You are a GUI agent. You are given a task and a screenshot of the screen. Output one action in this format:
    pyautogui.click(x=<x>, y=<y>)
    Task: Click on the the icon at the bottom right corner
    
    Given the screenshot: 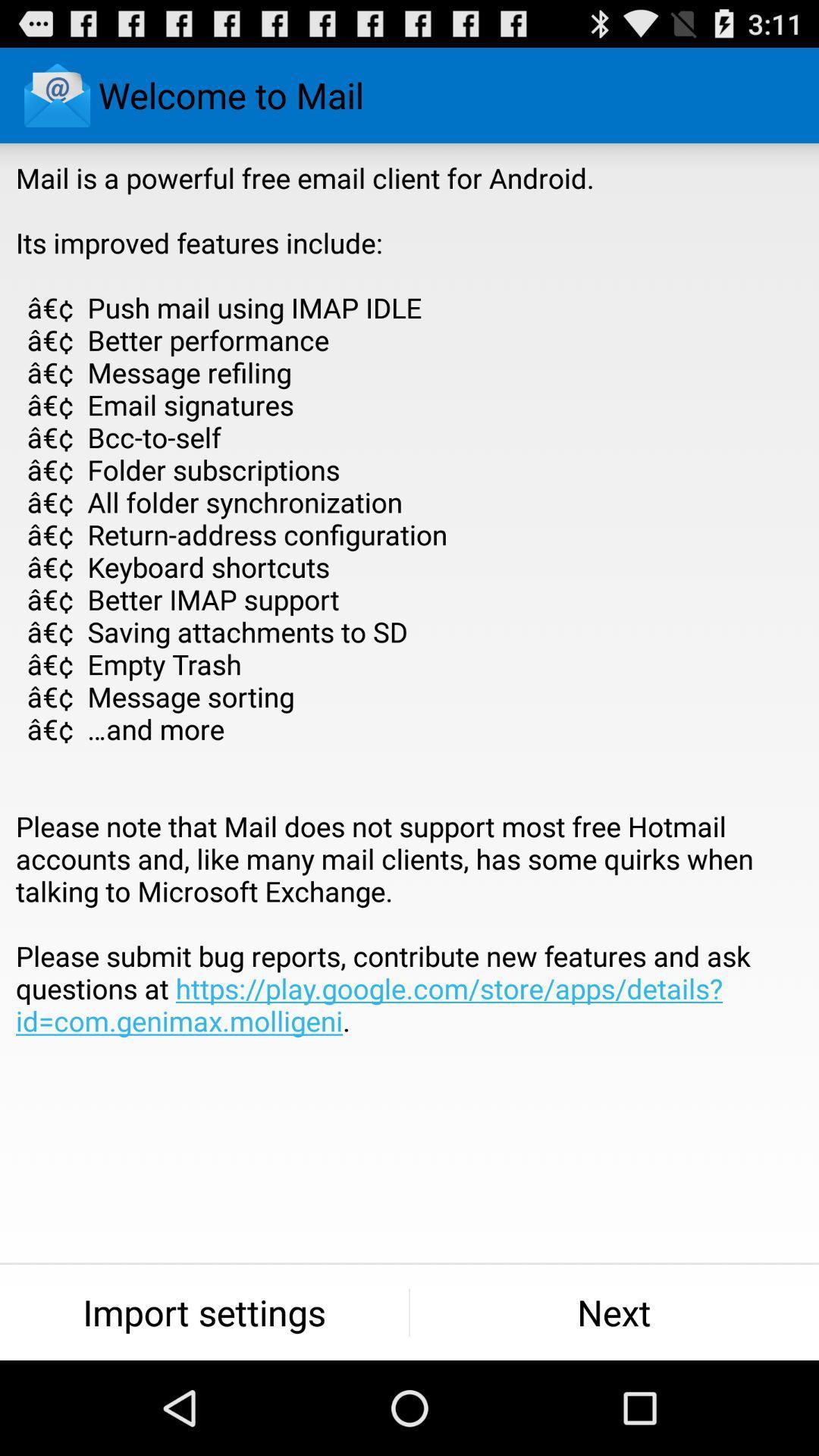 What is the action you would take?
    pyautogui.click(x=614, y=1312)
    